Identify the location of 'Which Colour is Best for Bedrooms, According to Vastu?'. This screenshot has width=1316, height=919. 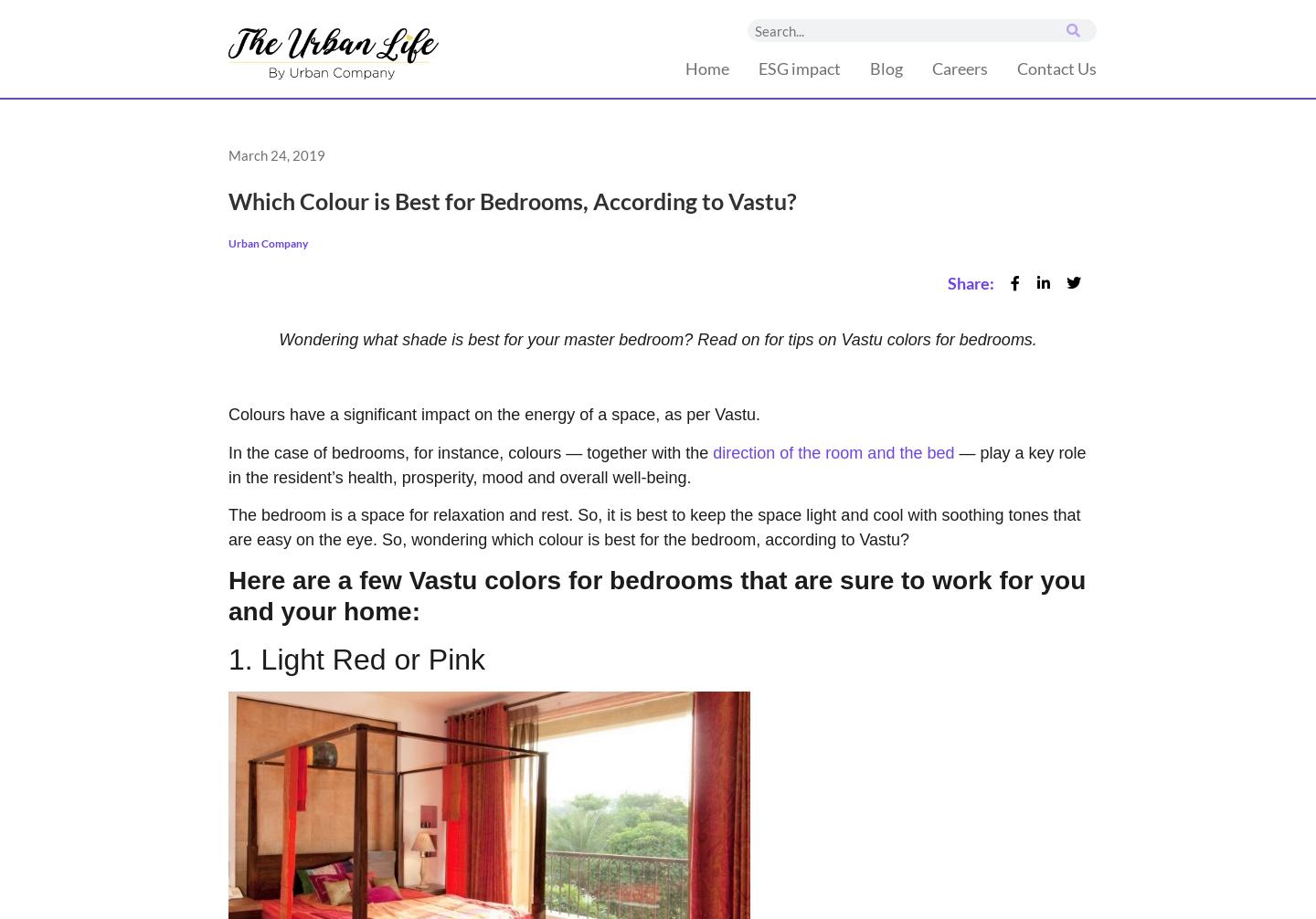
(227, 200).